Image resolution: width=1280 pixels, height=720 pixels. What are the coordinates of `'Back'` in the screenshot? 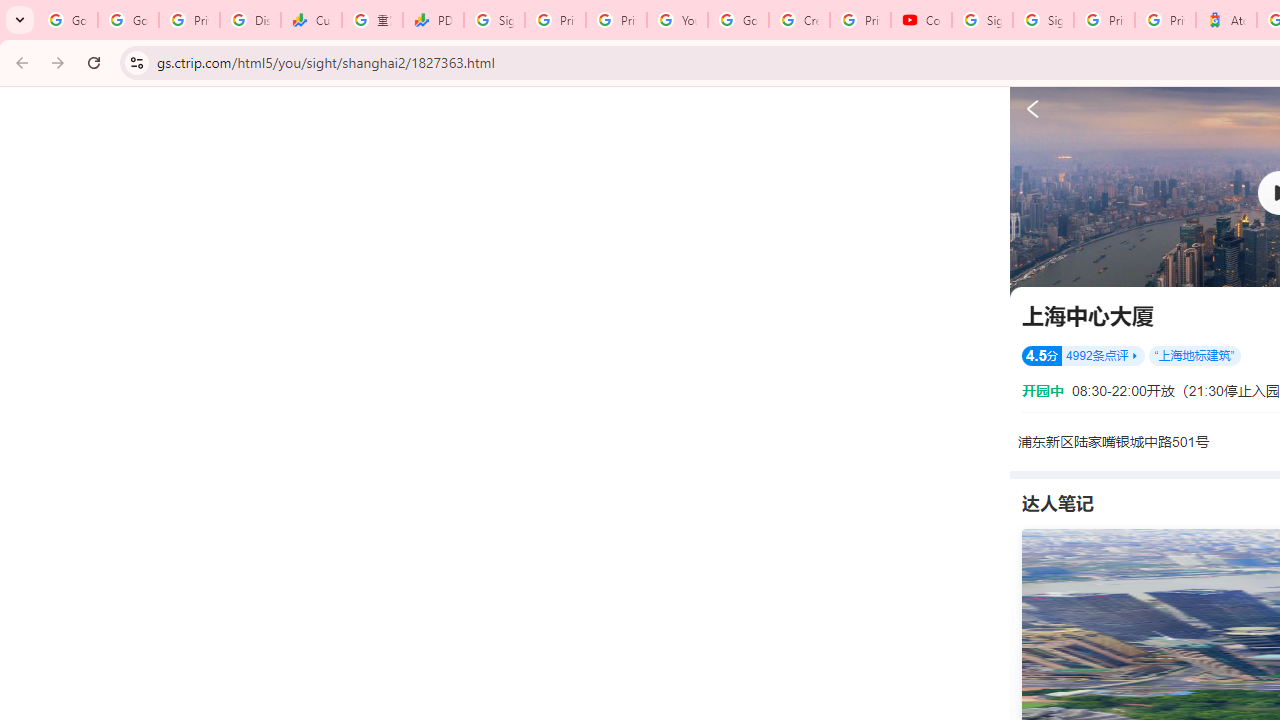 It's located at (19, 61).